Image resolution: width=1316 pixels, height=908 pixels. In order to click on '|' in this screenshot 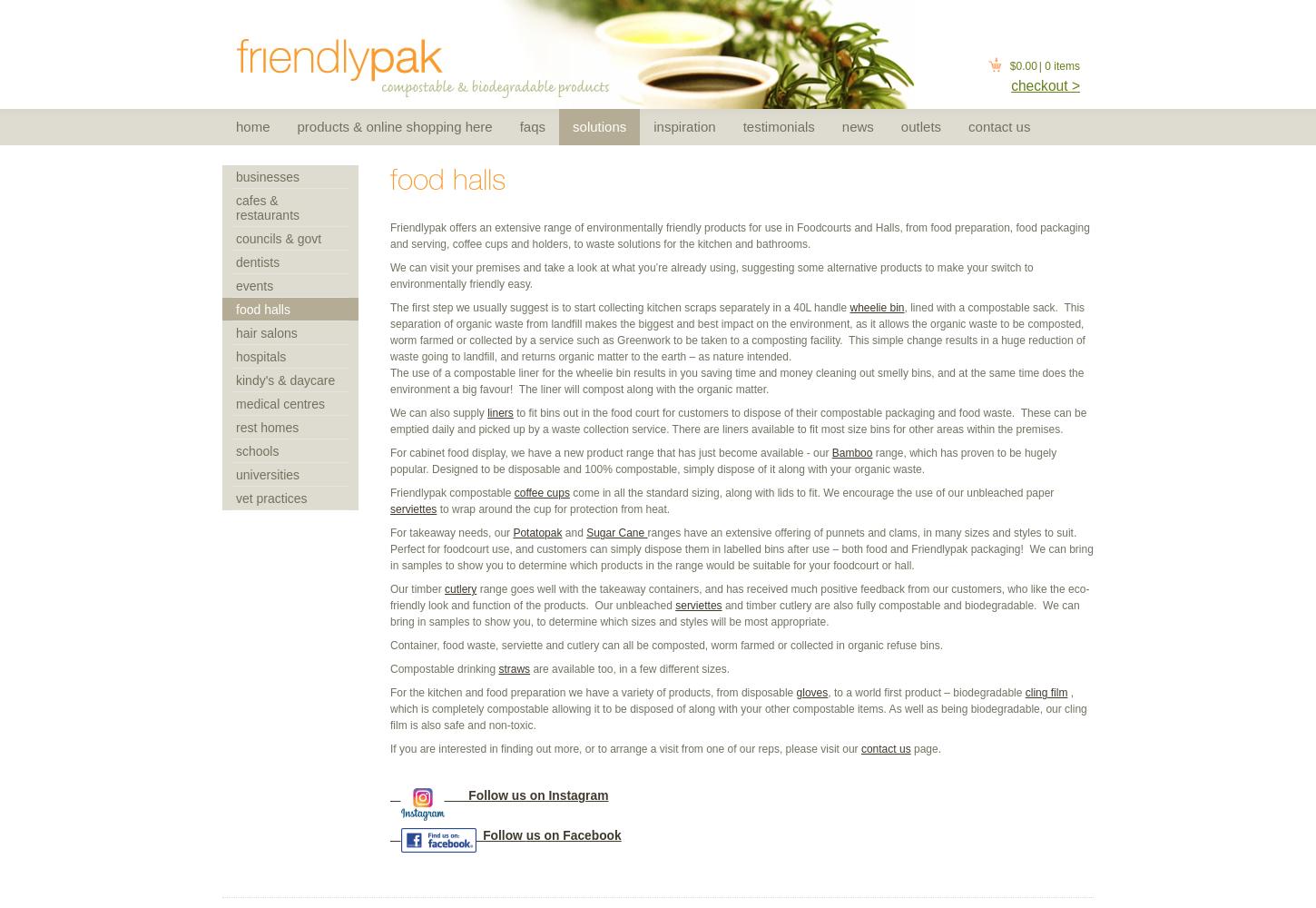, I will do `click(1040, 65)`.